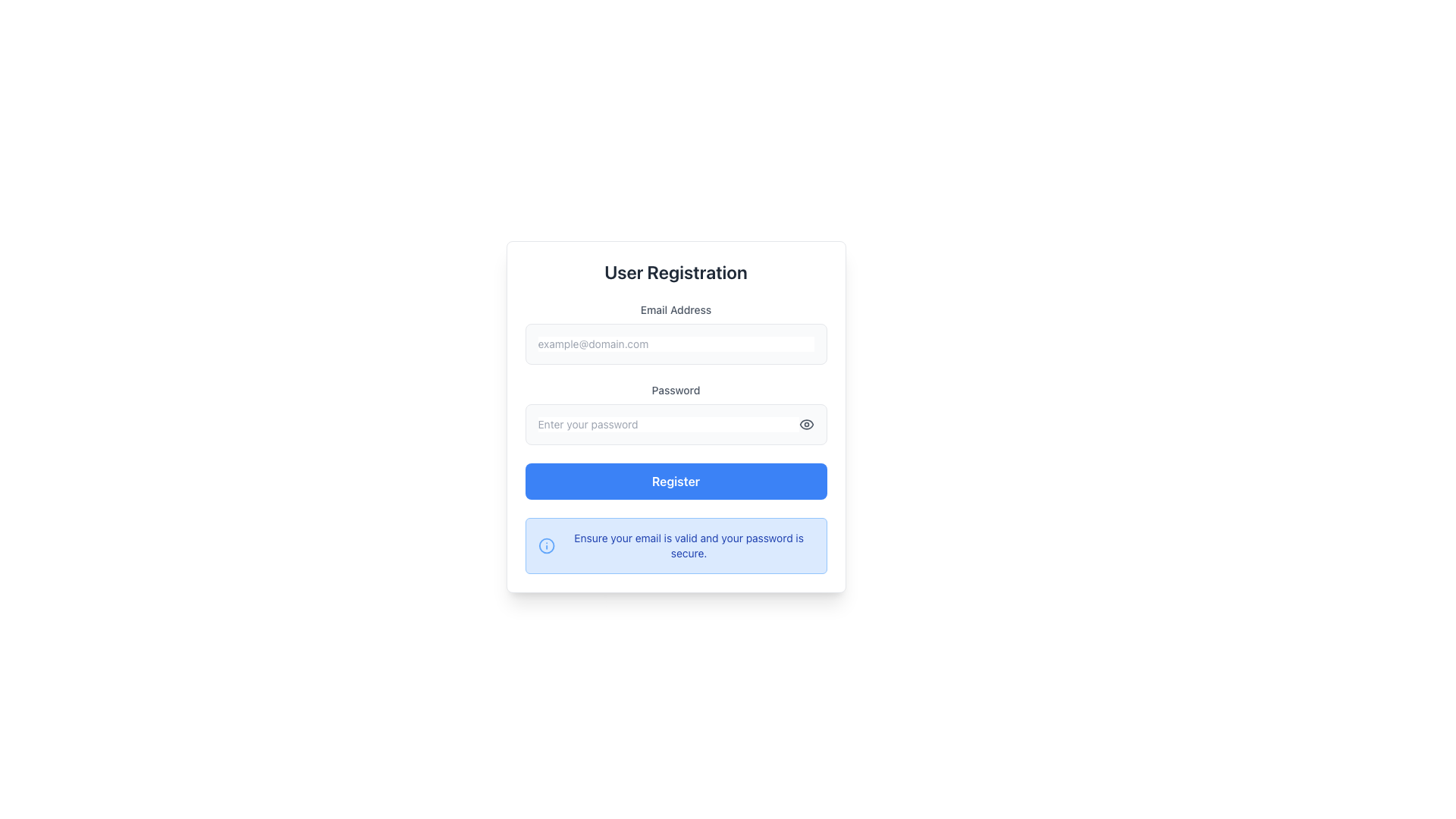  Describe the element at coordinates (667, 424) in the screenshot. I see `to select a portion of the text in the text input field labeled 'Password', which has a light gray background and contains the placeholder 'Enter your password'` at that location.